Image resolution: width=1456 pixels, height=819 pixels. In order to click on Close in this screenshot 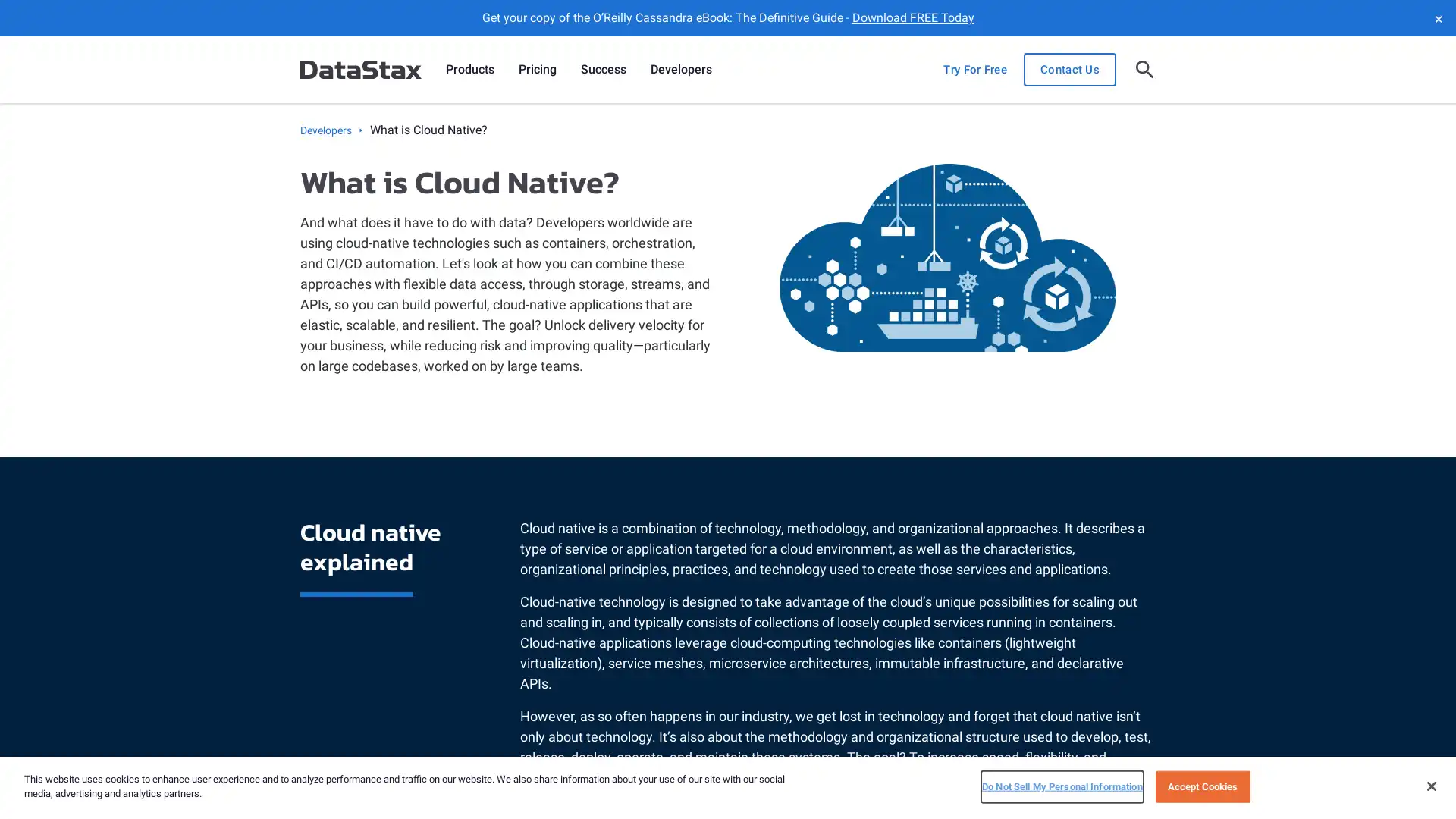, I will do `click(1430, 785)`.